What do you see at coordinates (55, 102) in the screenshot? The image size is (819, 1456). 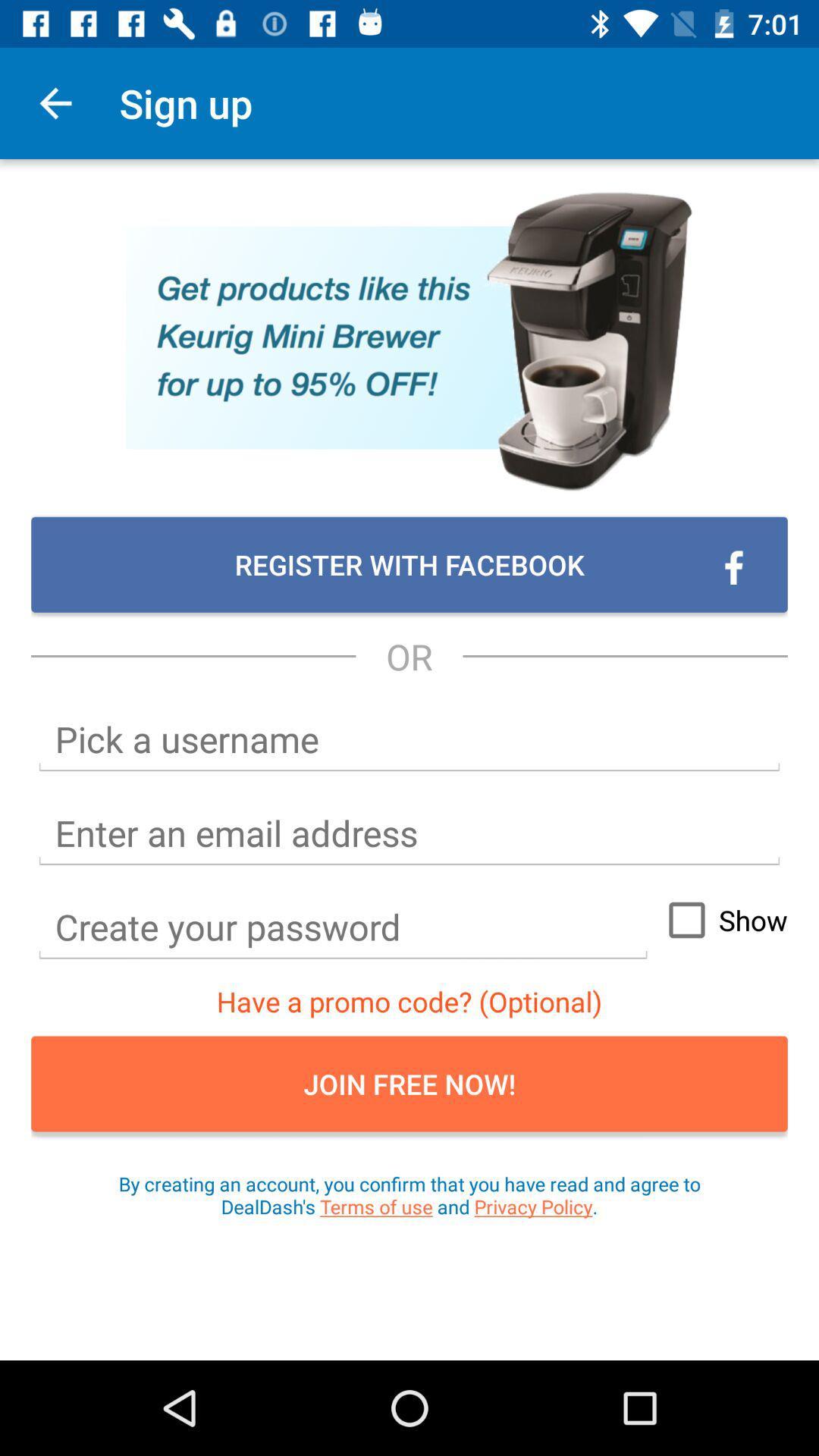 I see `app next to sign up icon` at bounding box center [55, 102].